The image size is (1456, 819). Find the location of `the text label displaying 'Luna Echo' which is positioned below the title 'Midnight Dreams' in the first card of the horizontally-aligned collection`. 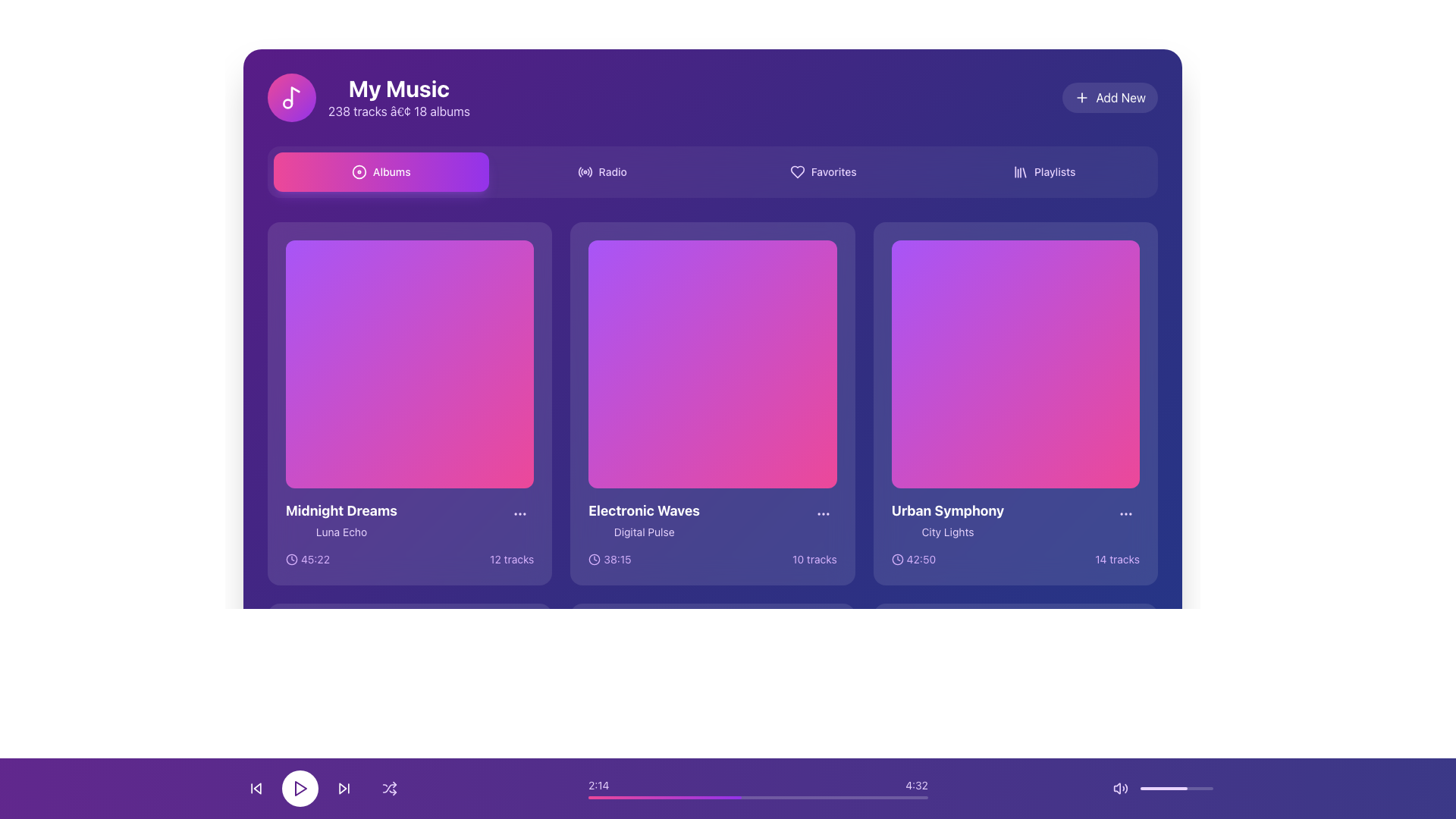

the text label displaying 'Luna Echo' which is positioned below the title 'Midnight Dreams' in the first card of the horizontally-aligned collection is located at coordinates (340, 532).